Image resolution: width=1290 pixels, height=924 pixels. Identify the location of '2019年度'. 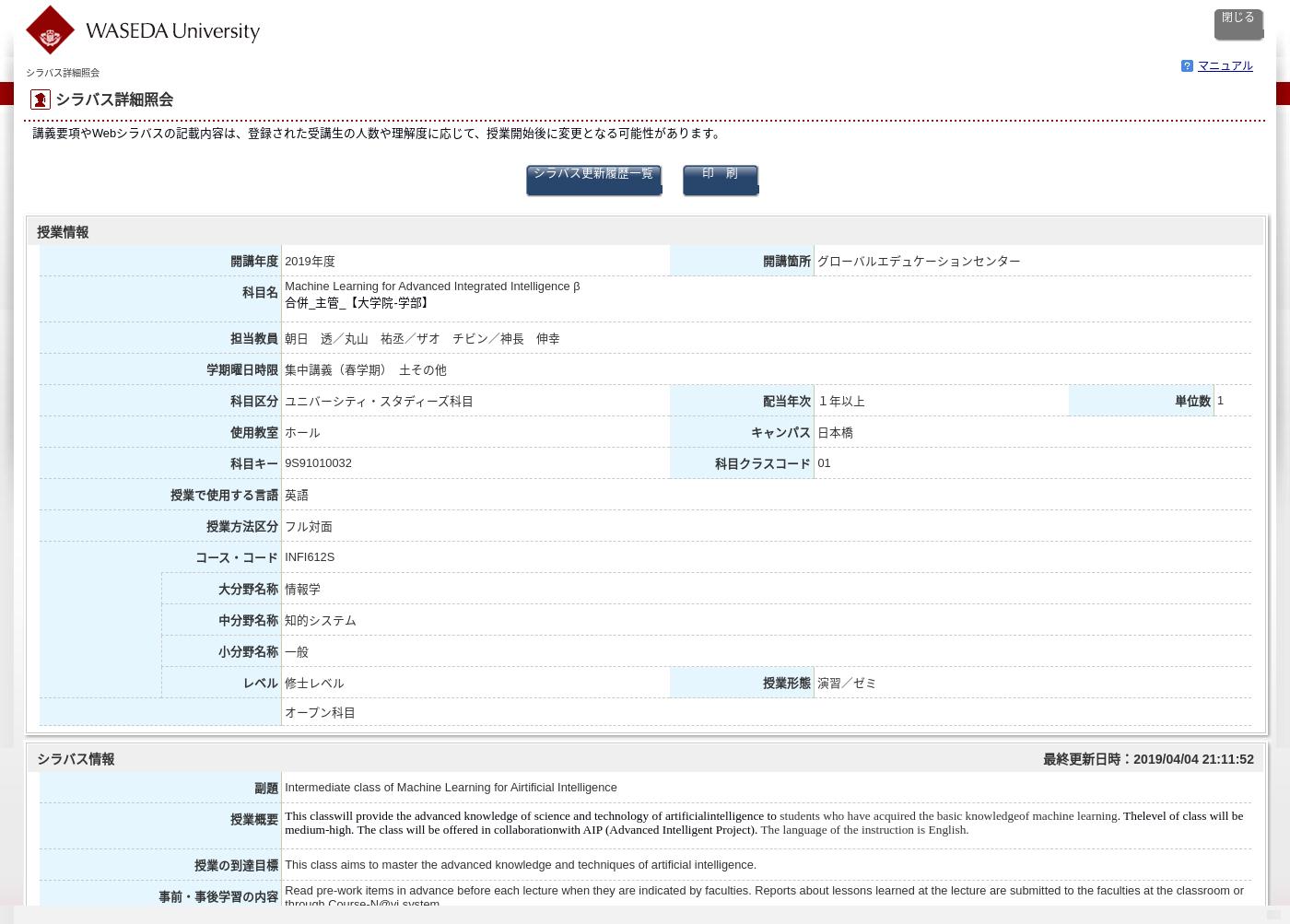
(284, 261).